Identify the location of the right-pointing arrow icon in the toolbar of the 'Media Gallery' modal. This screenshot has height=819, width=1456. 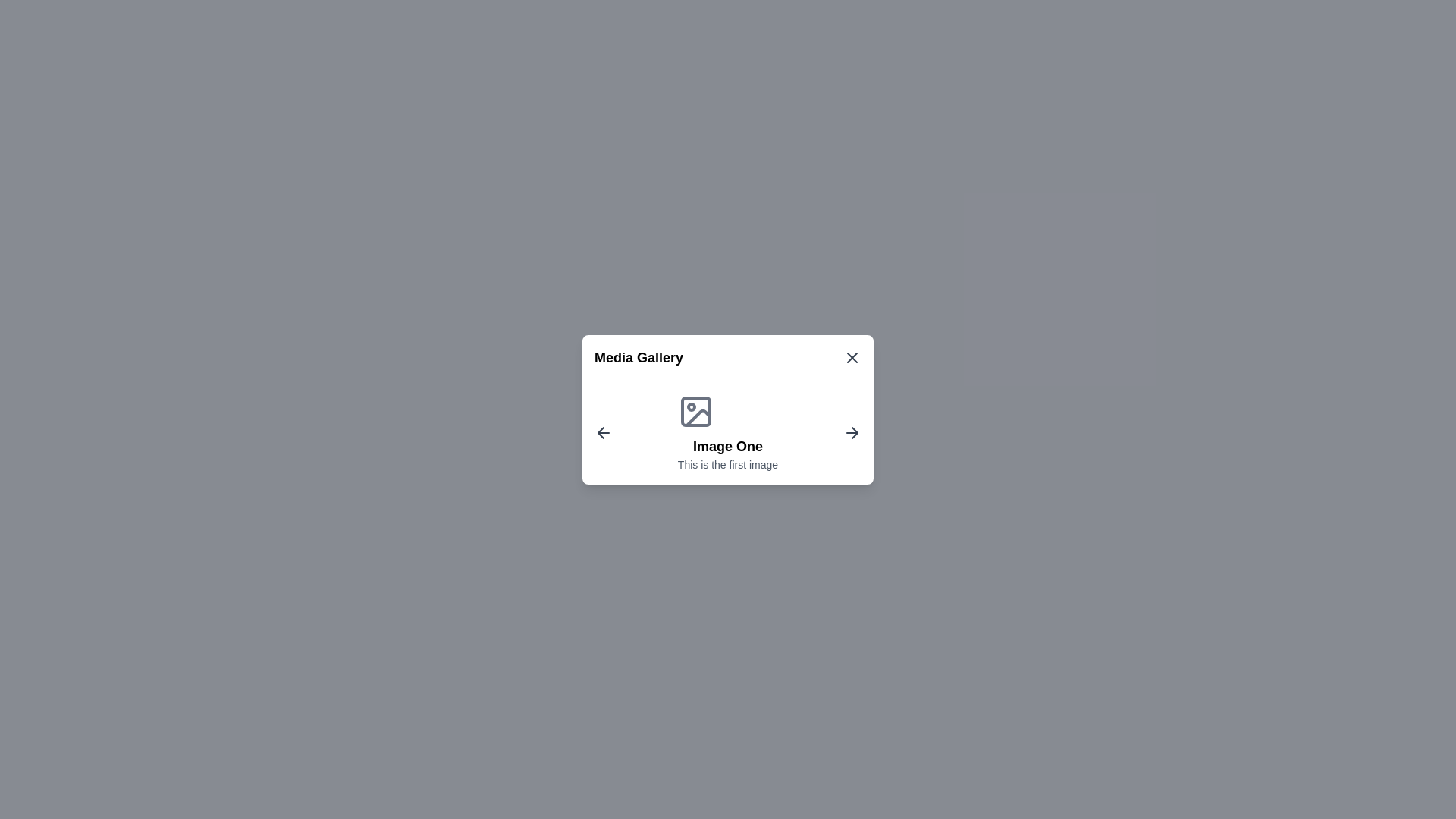
(855, 432).